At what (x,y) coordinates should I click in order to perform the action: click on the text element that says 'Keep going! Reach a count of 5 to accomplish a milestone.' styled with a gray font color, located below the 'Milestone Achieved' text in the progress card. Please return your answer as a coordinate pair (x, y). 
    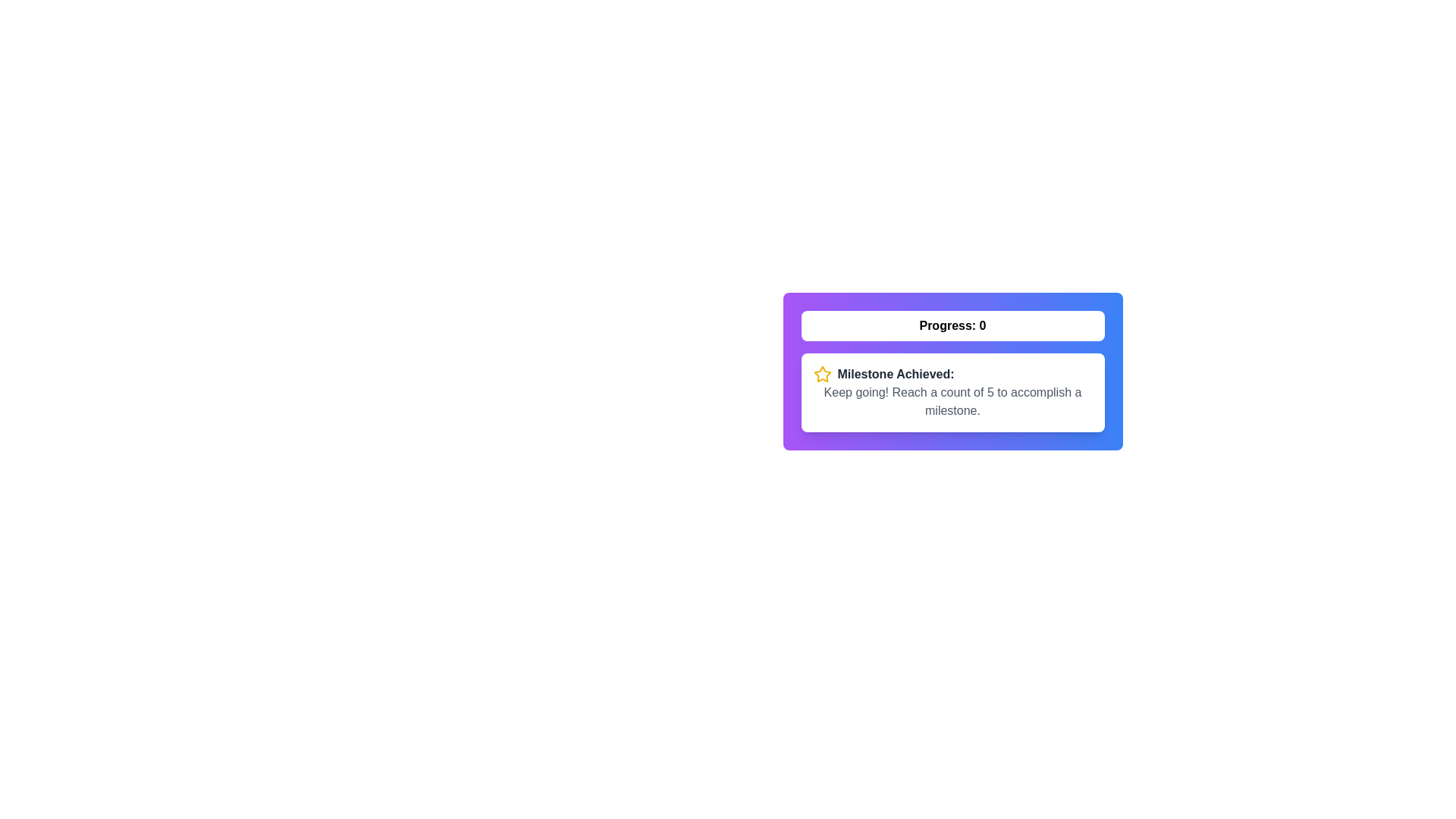
    Looking at the image, I should click on (952, 400).